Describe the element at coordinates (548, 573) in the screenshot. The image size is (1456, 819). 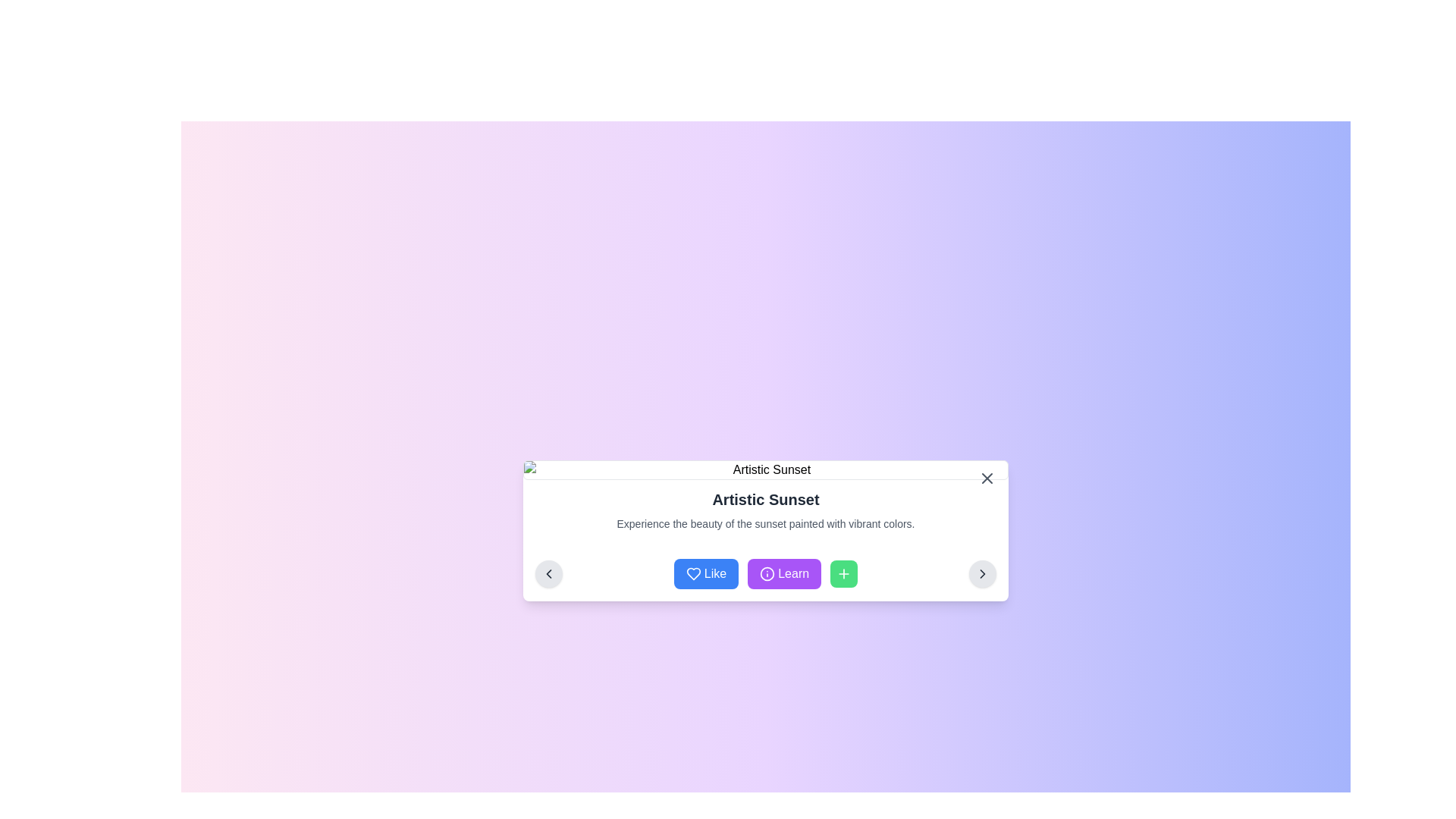
I see `the circular button with a light gray background and a chevron pointing left` at that location.